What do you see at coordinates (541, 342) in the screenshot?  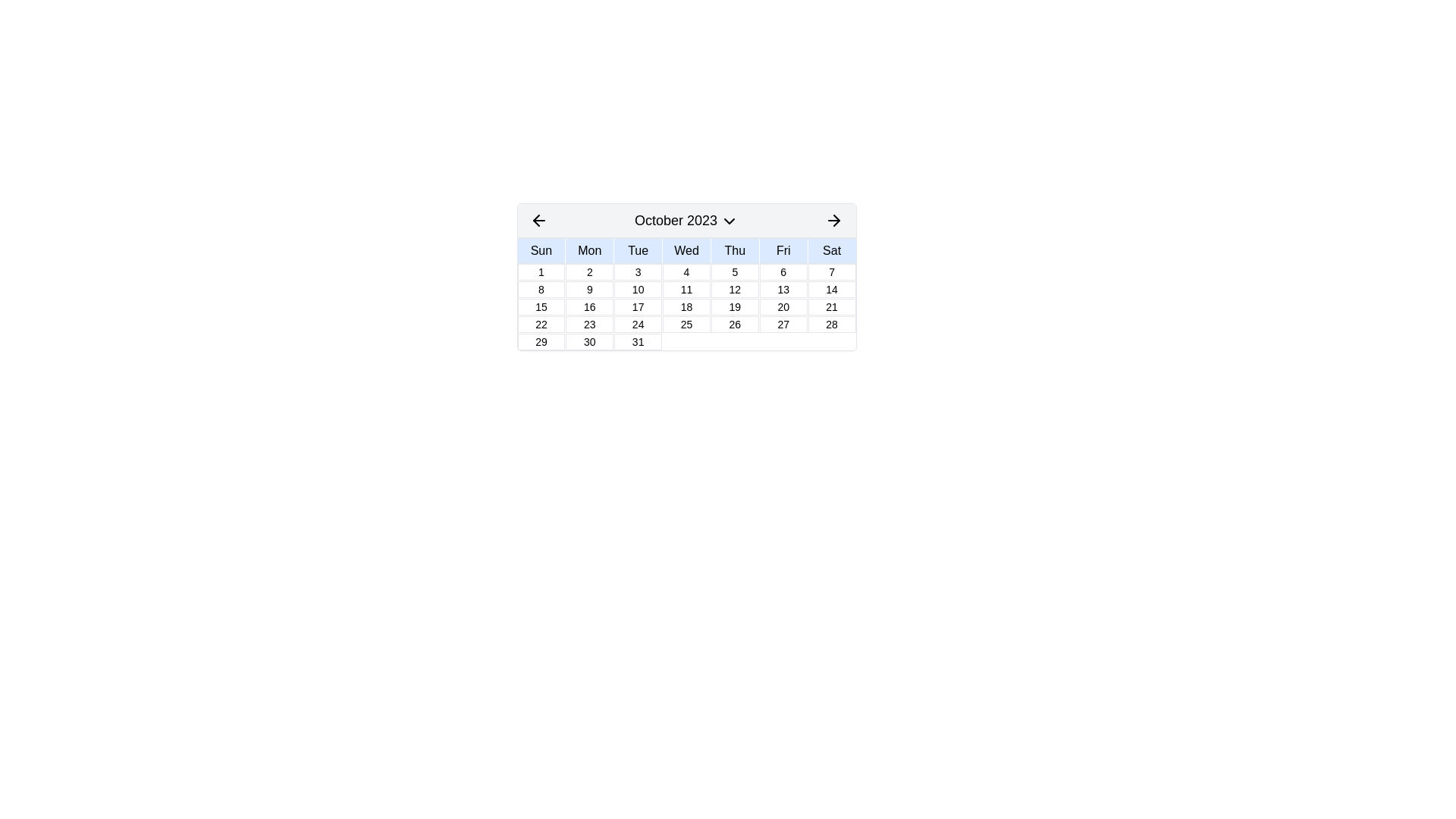 I see `the Calendar Day Cell displaying '29' in the sixth row and first column of the month view calendar` at bounding box center [541, 342].